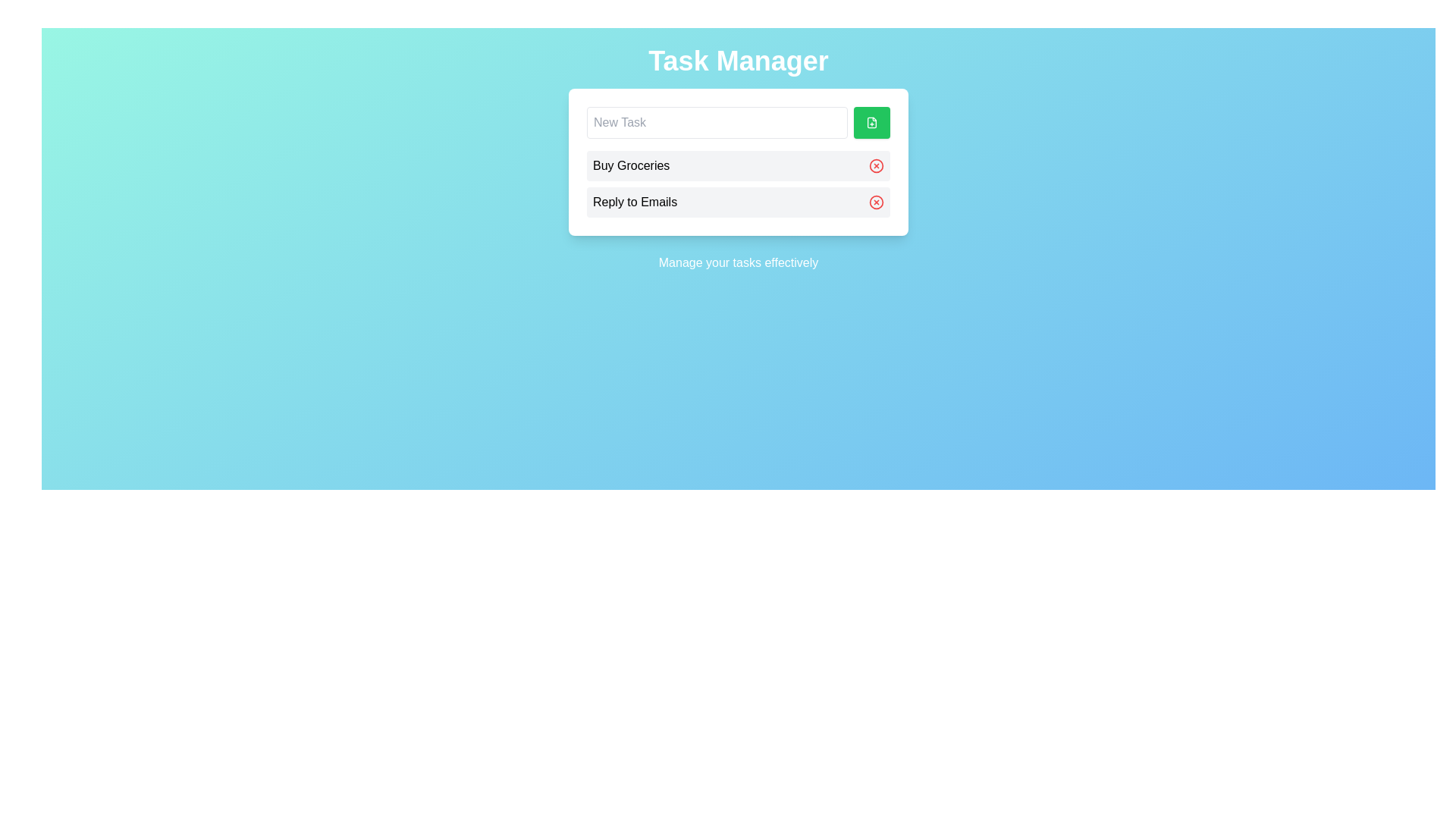 The width and height of the screenshot is (1456, 819). What do you see at coordinates (631, 166) in the screenshot?
I see `the title text of the task displayed at the top of the task list` at bounding box center [631, 166].